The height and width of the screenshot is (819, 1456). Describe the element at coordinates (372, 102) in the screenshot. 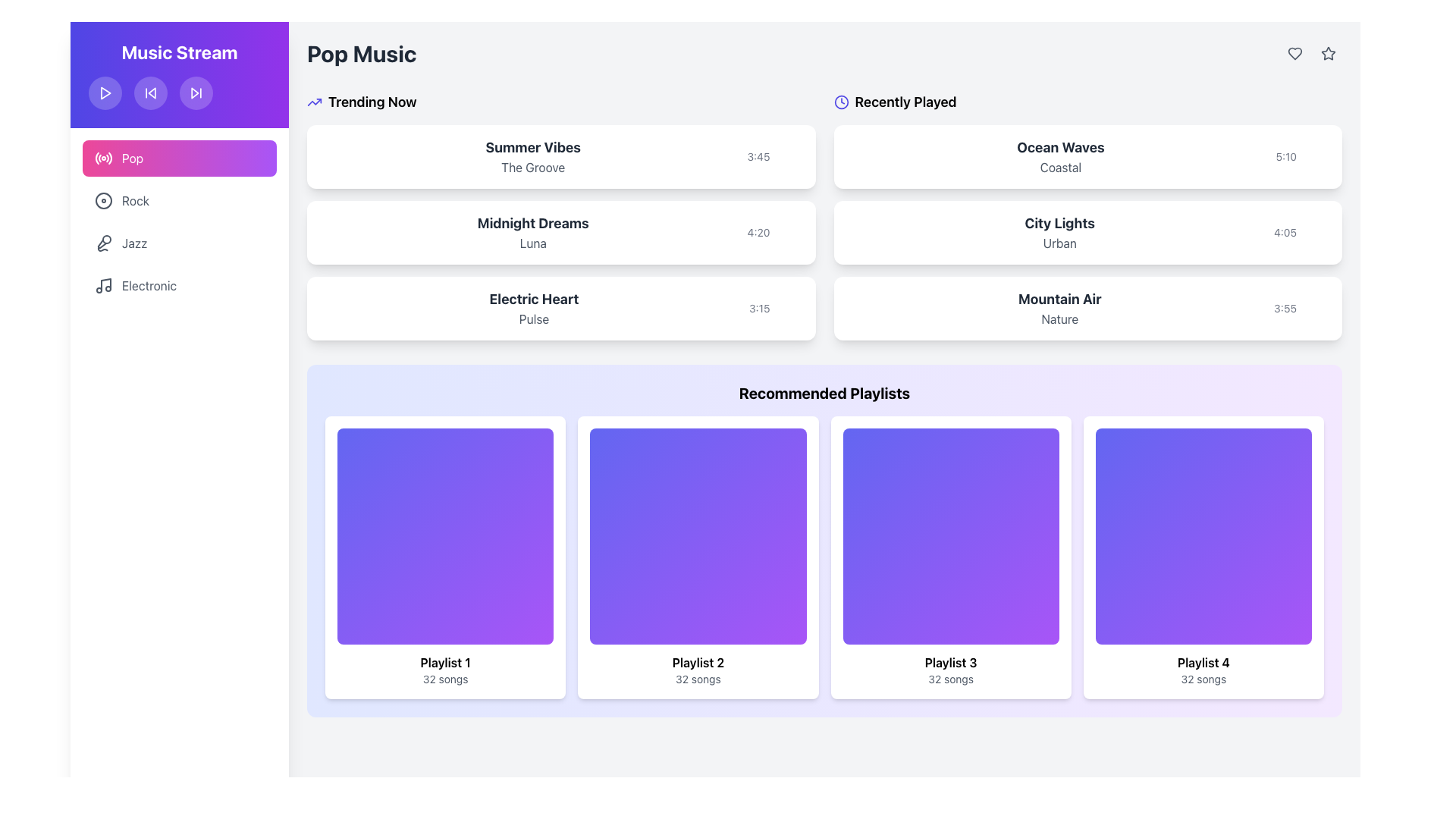

I see `the text label indicating trending music content, located below the main title 'Pop Music' in the top left area of the main content window` at that location.